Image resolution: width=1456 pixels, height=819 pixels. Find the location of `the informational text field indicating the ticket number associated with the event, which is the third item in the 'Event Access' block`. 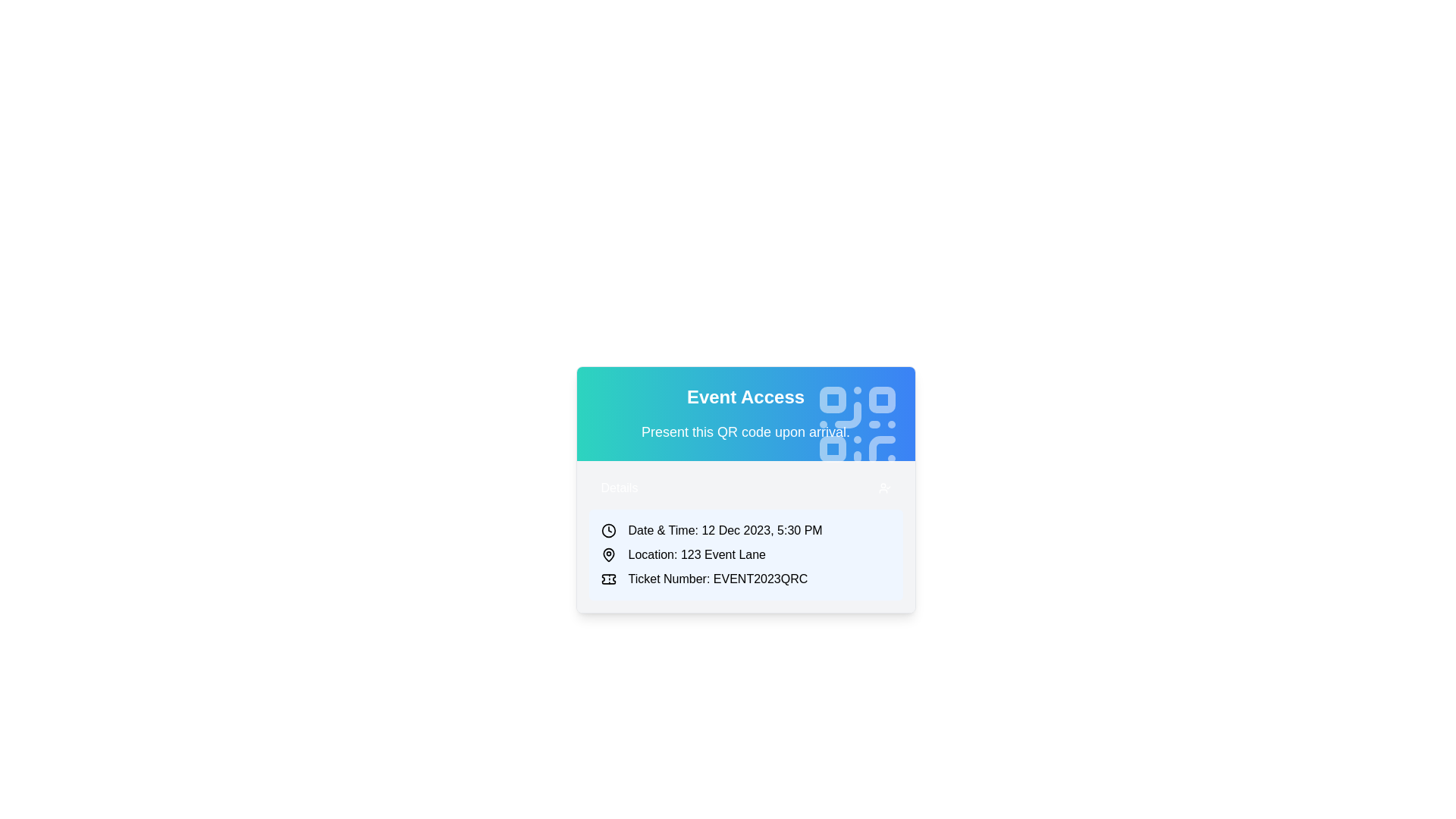

the informational text field indicating the ticket number associated with the event, which is the third item in the 'Event Access' block is located at coordinates (745, 579).